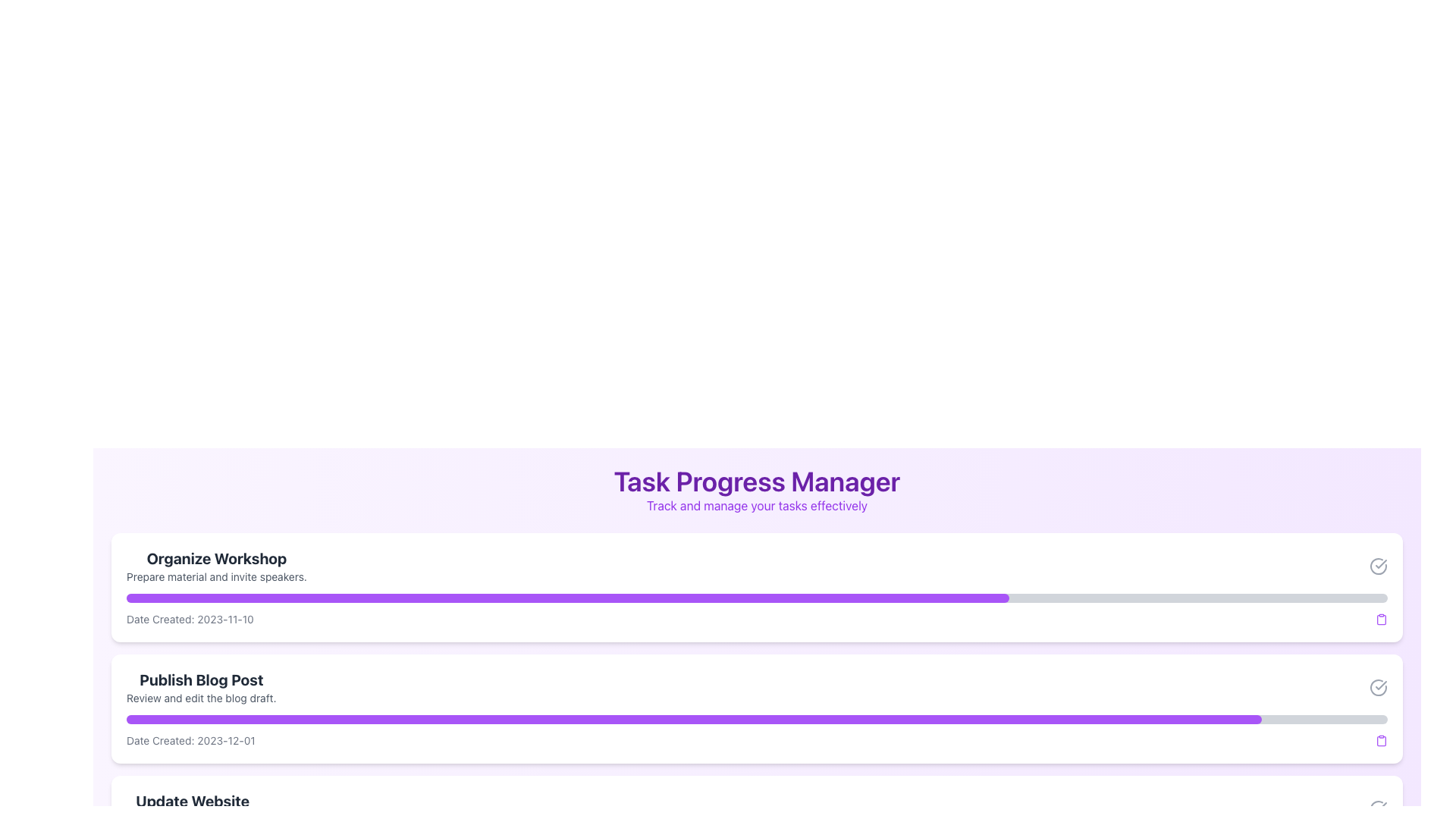 The height and width of the screenshot is (819, 1456). Describe the element at coordinates (757, 506) in the screenshot. I see `the Text Label that contains the text 'Track and manage your tasks effectively', which is styled with purple color and smaller font size, located directly below the header 'Task Progress Manager'` at that location.